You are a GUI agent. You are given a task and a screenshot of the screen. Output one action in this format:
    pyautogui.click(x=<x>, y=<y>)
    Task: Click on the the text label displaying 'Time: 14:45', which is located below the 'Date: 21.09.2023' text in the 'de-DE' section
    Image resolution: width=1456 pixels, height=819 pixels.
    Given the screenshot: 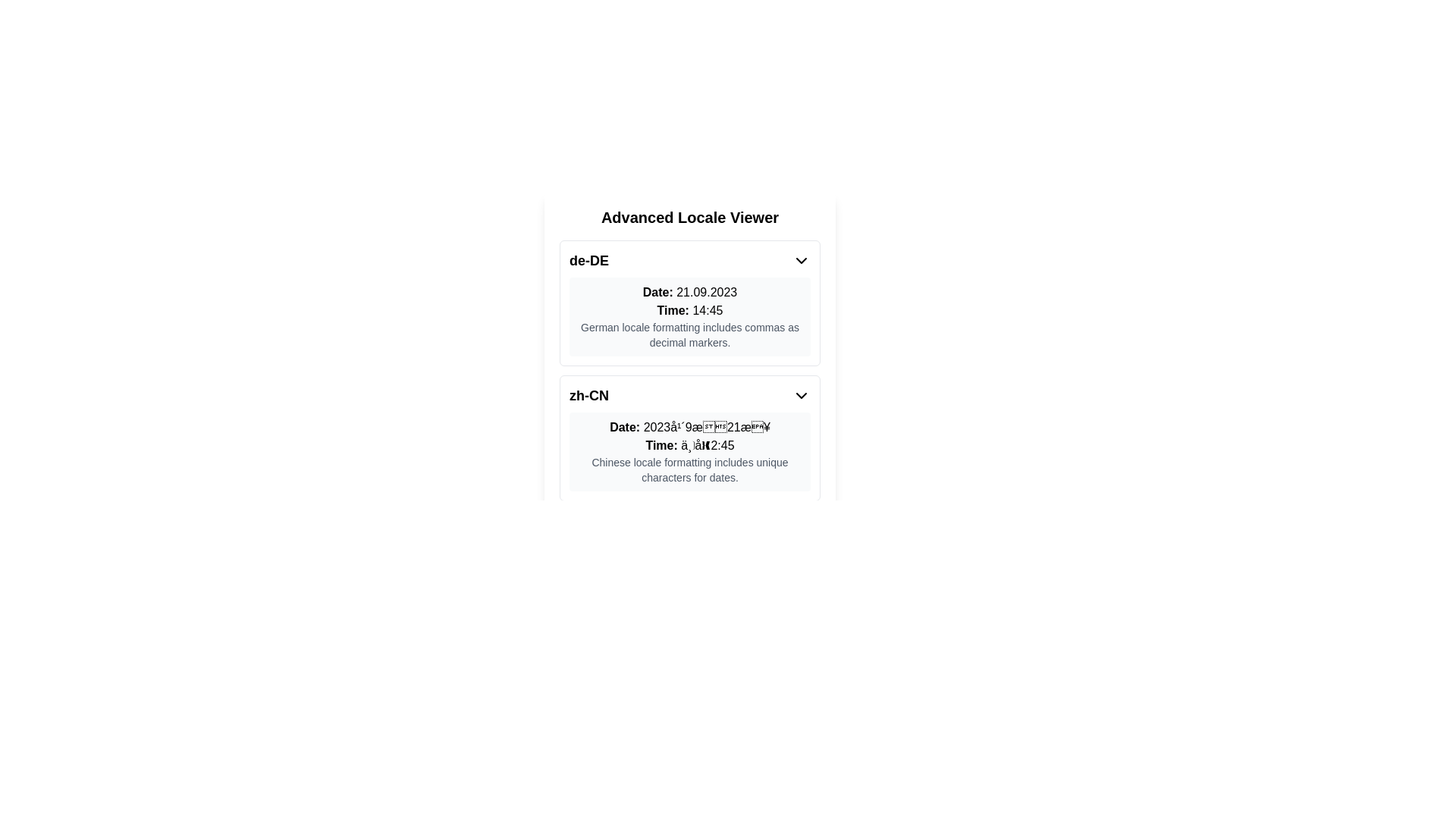 What is the action you would take?
    pyautogui.click(x=689, y=309)
    